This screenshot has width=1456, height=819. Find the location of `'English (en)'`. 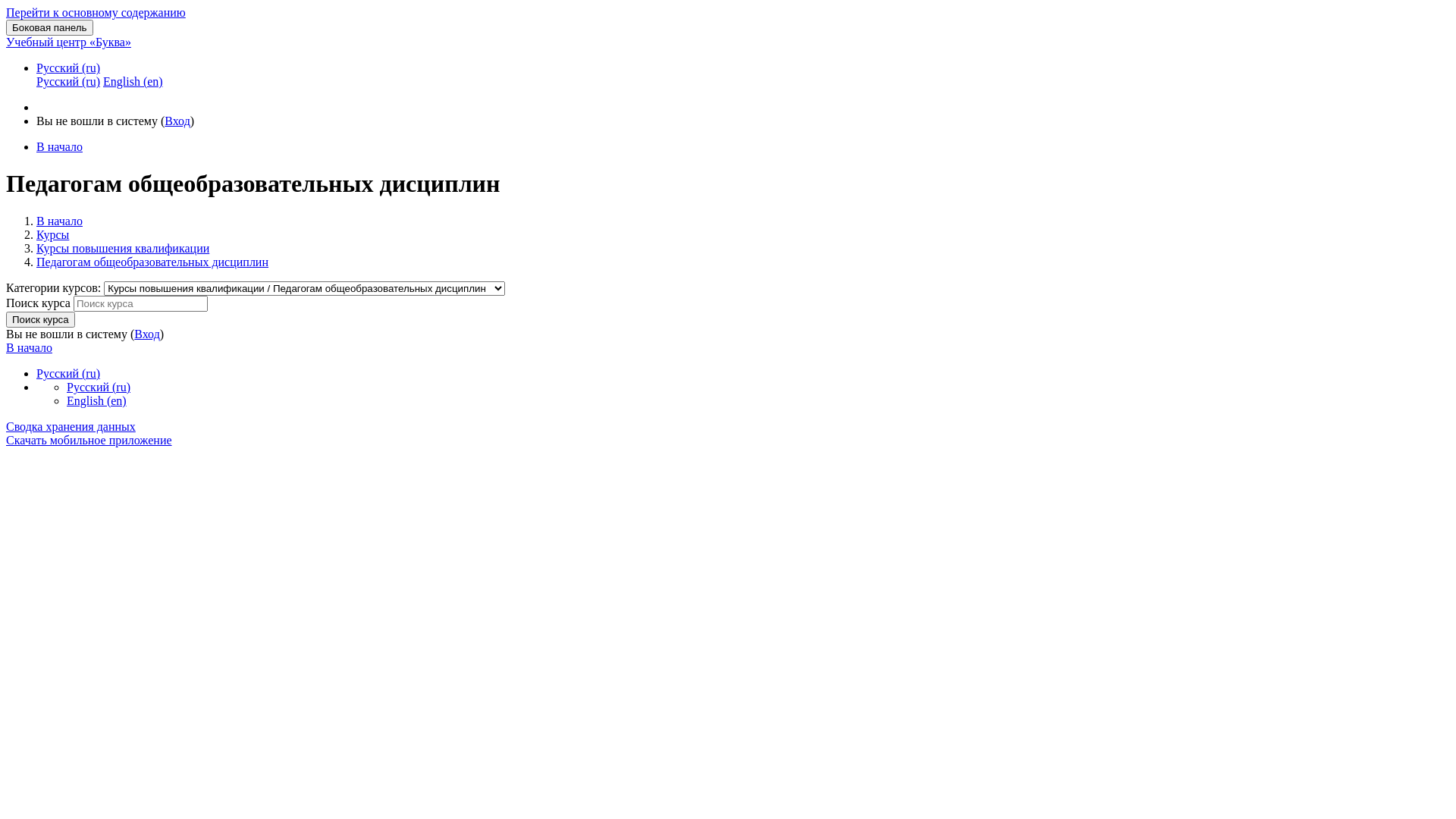

'English (en)' is located at coordinates (133, 81).